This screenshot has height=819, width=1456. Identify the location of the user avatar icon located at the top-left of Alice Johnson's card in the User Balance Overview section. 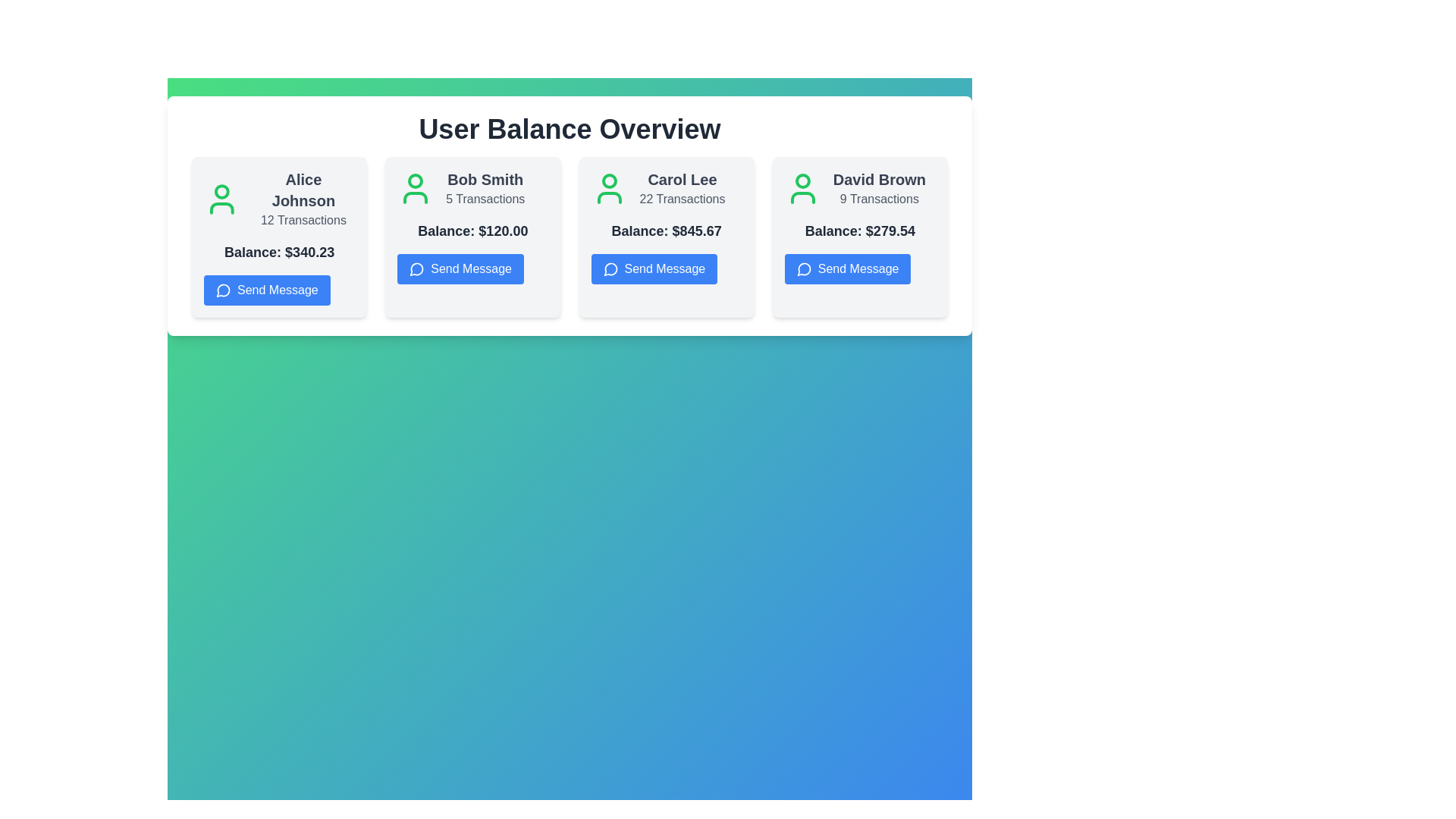
(221, 198).